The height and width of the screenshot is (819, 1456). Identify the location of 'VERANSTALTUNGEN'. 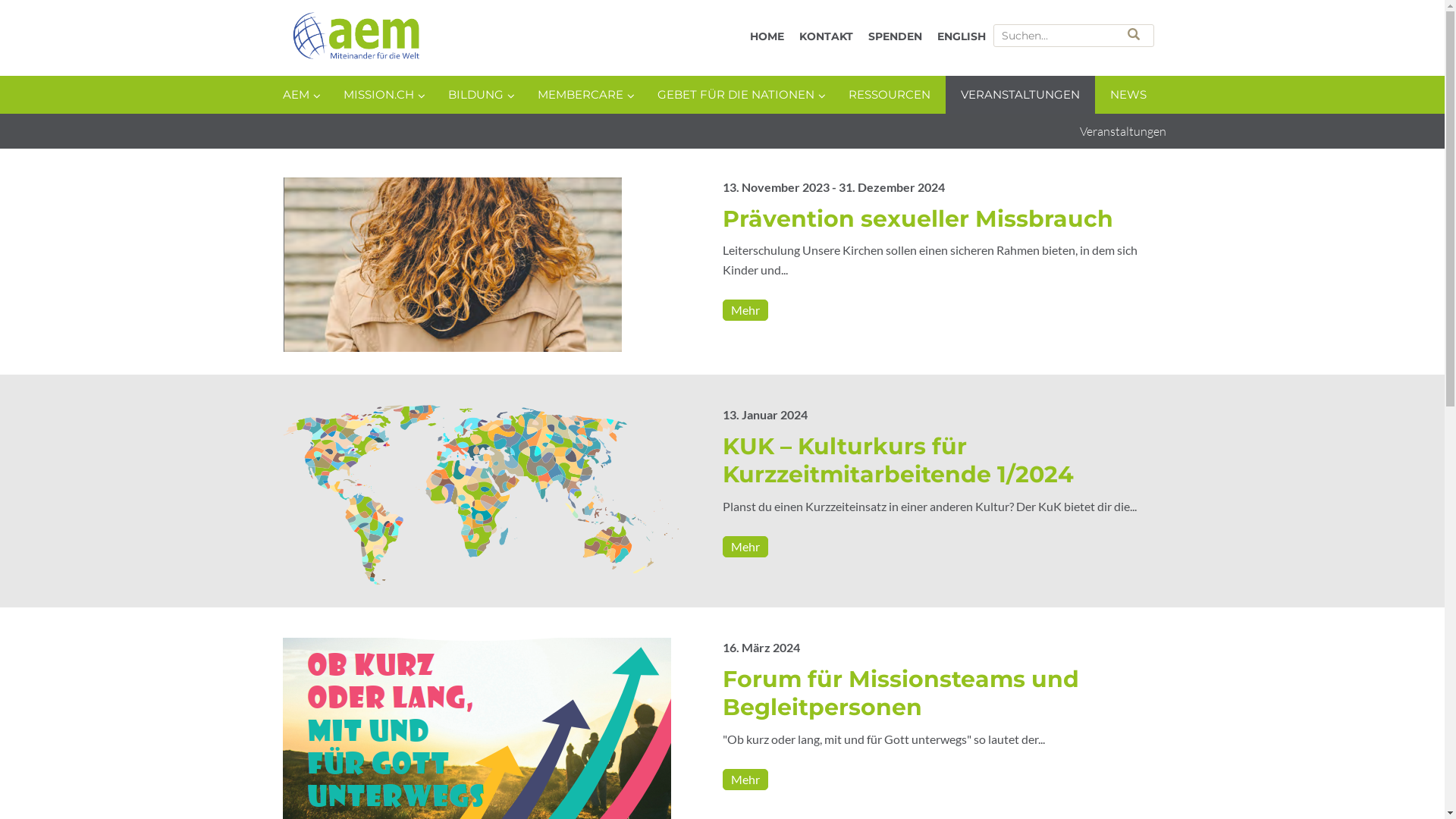
(1019, 94).